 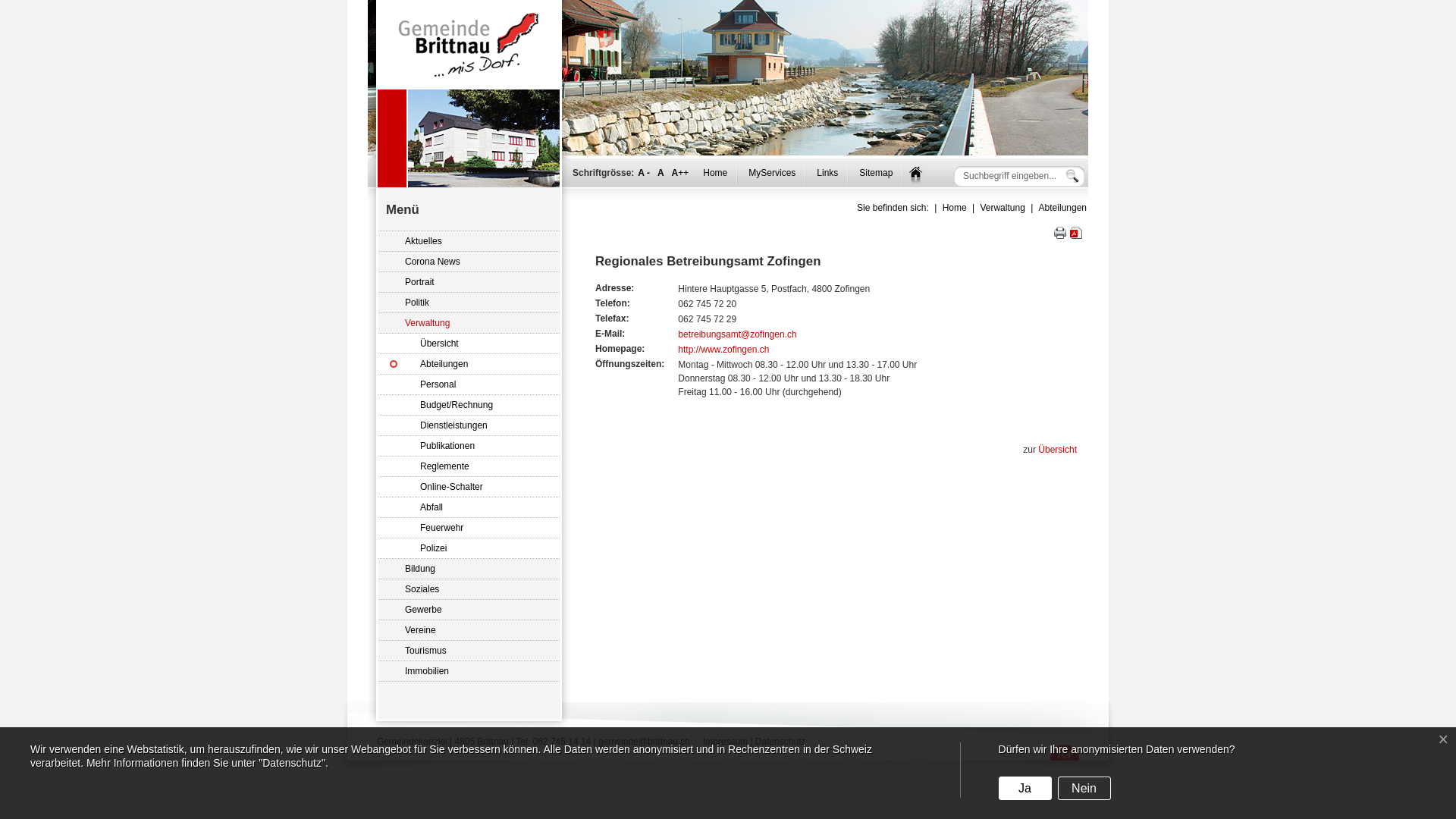 I want to click on 'Gemeinde Brittnau', so click(x=468, y=43).